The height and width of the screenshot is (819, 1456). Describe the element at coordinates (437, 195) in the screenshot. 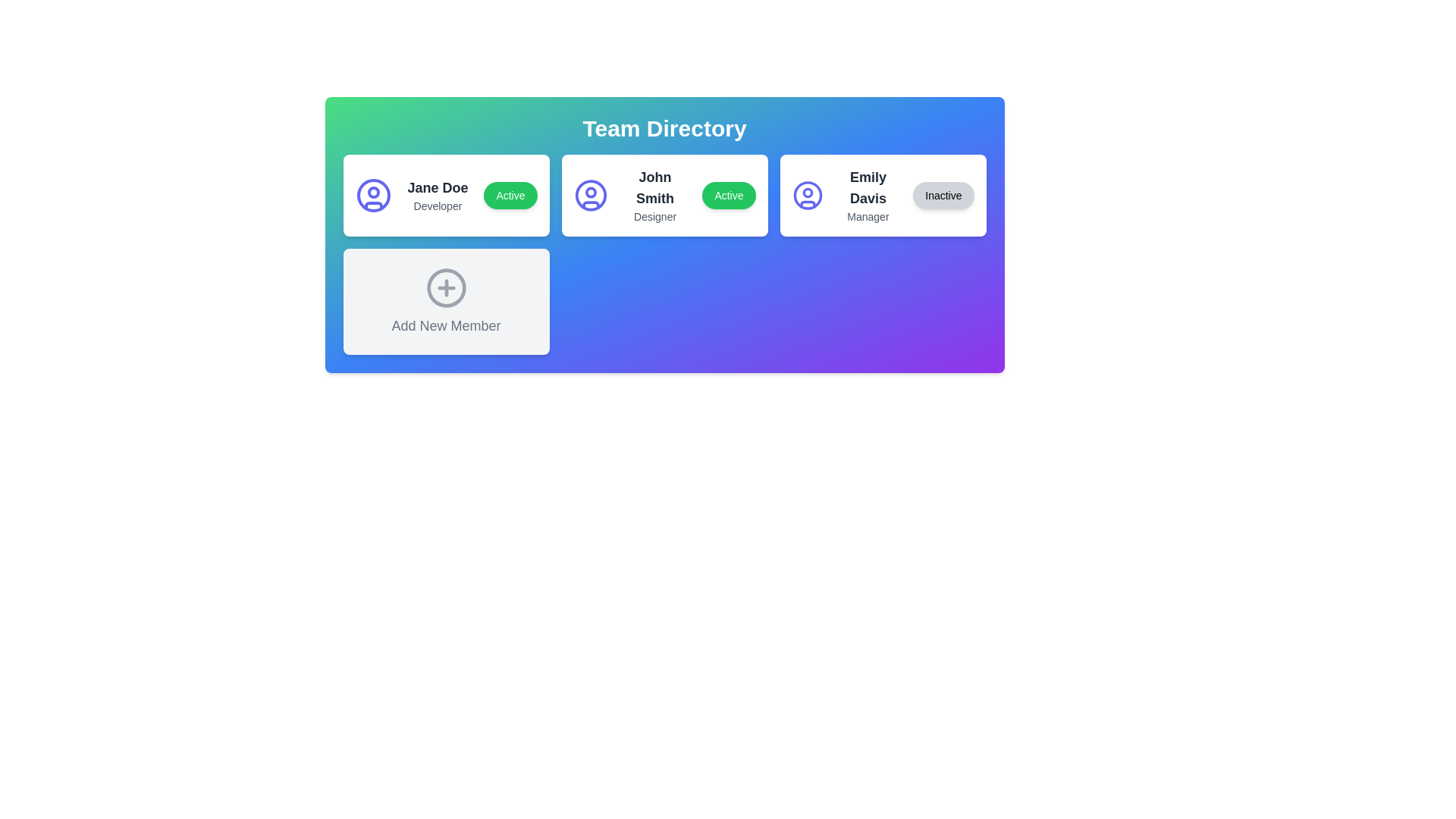

I see `displayed text in the text block that shows the user's name 'Jane Doe' and title 'Developer' located below the avatar icon and to the left of the 'Active' status button in the first row of user cards` at that location.